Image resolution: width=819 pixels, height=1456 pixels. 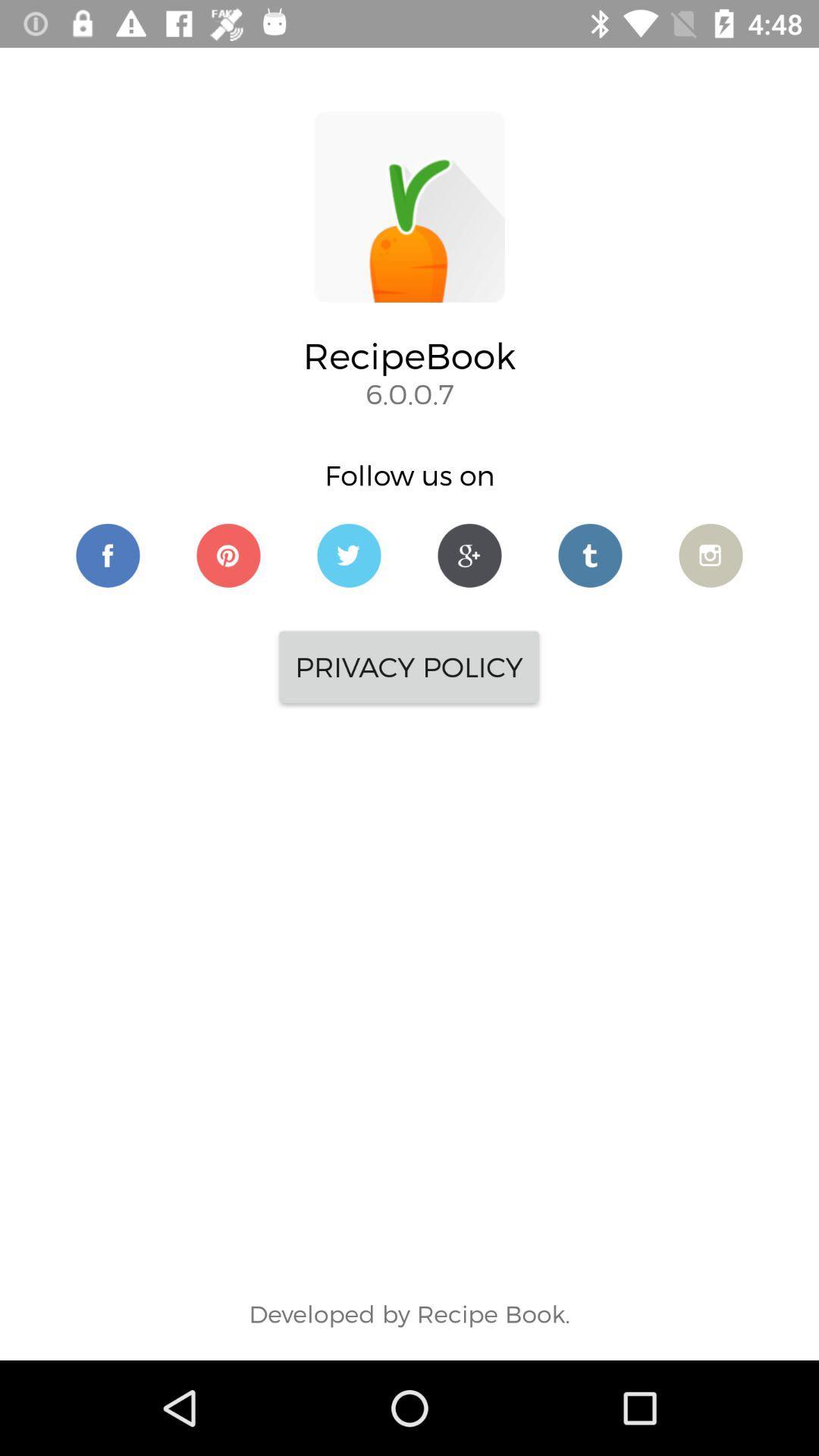 What do you see at coordinates (107, 554) in the screenshot?
I see `facebook` at bounding box center [107, 554].